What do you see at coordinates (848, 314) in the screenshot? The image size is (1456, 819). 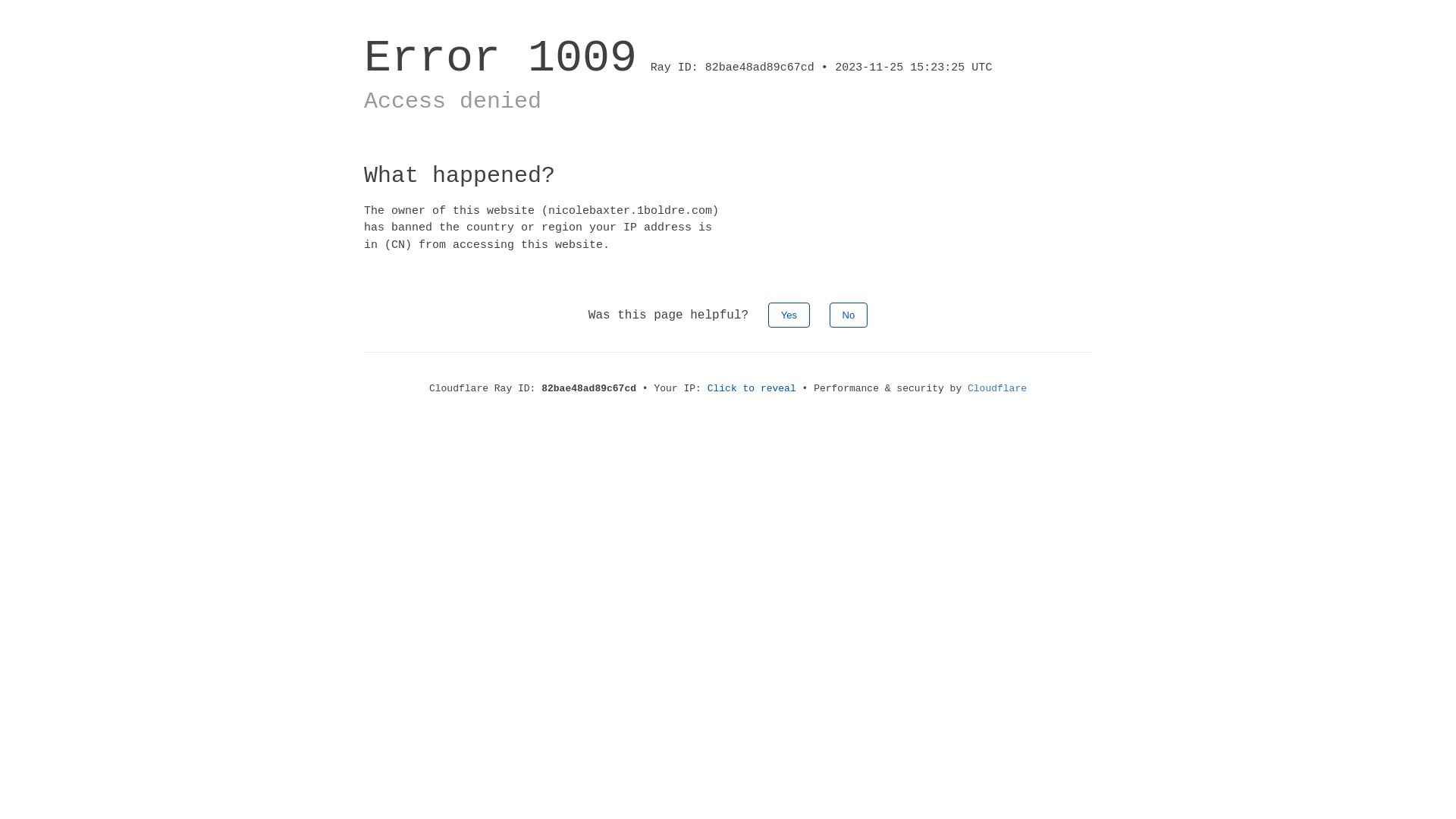 I see `'No'` at bounding box center [848, 314].